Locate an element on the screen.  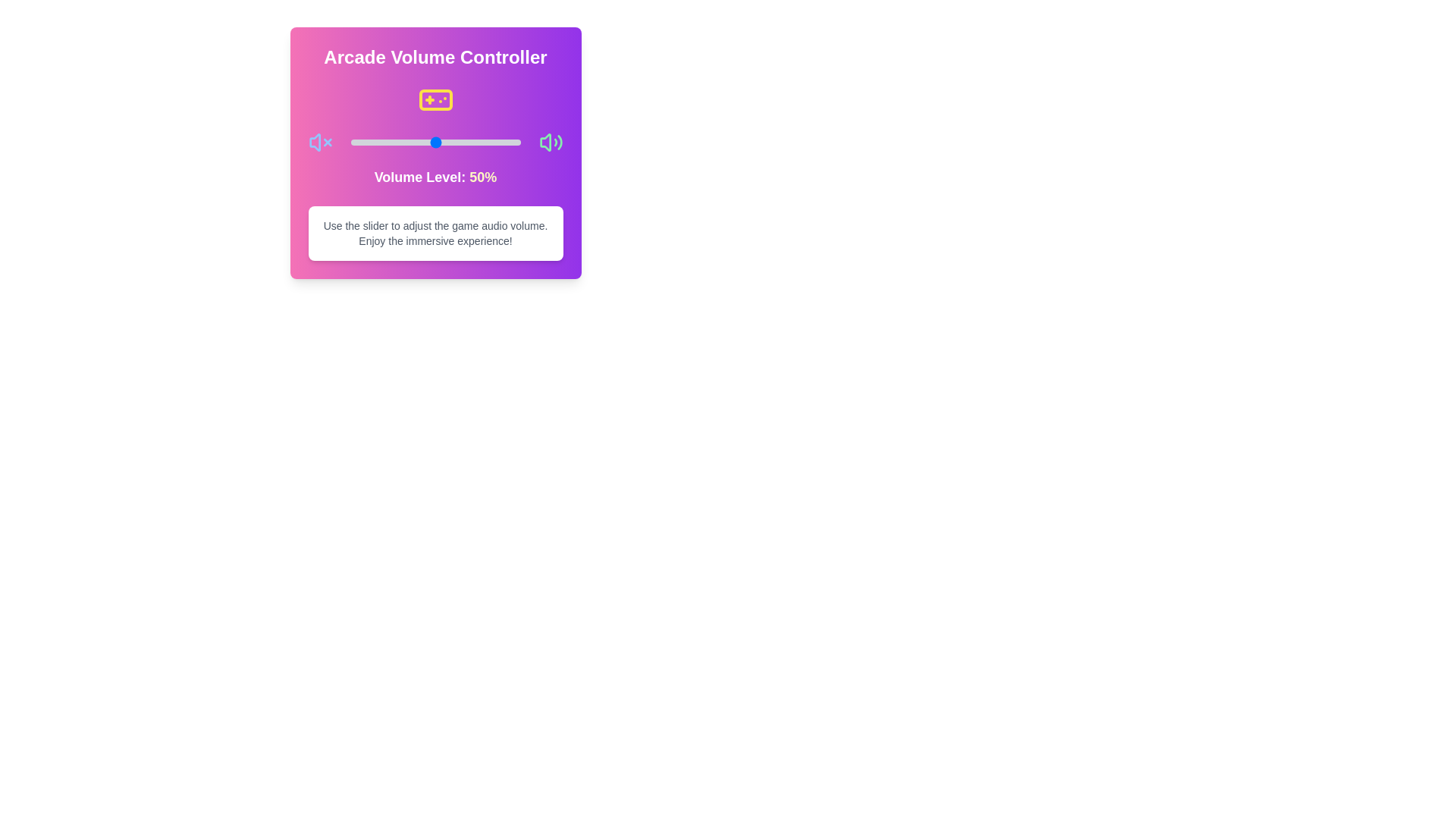
the volume to 45% by dragging the slider is located at coordinates (426, 143).